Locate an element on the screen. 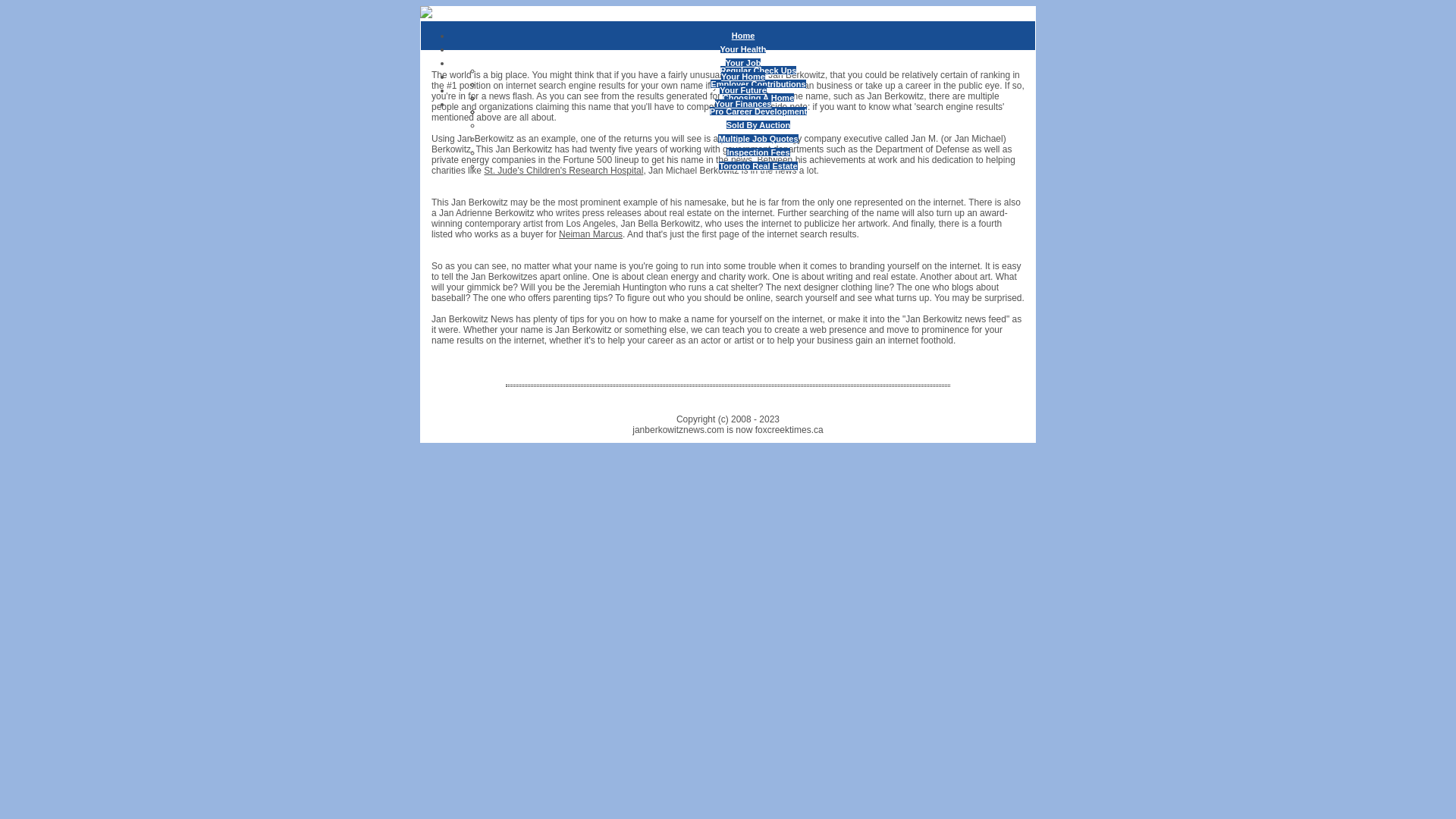  'Your Home' is located at coordinates (742, 76).